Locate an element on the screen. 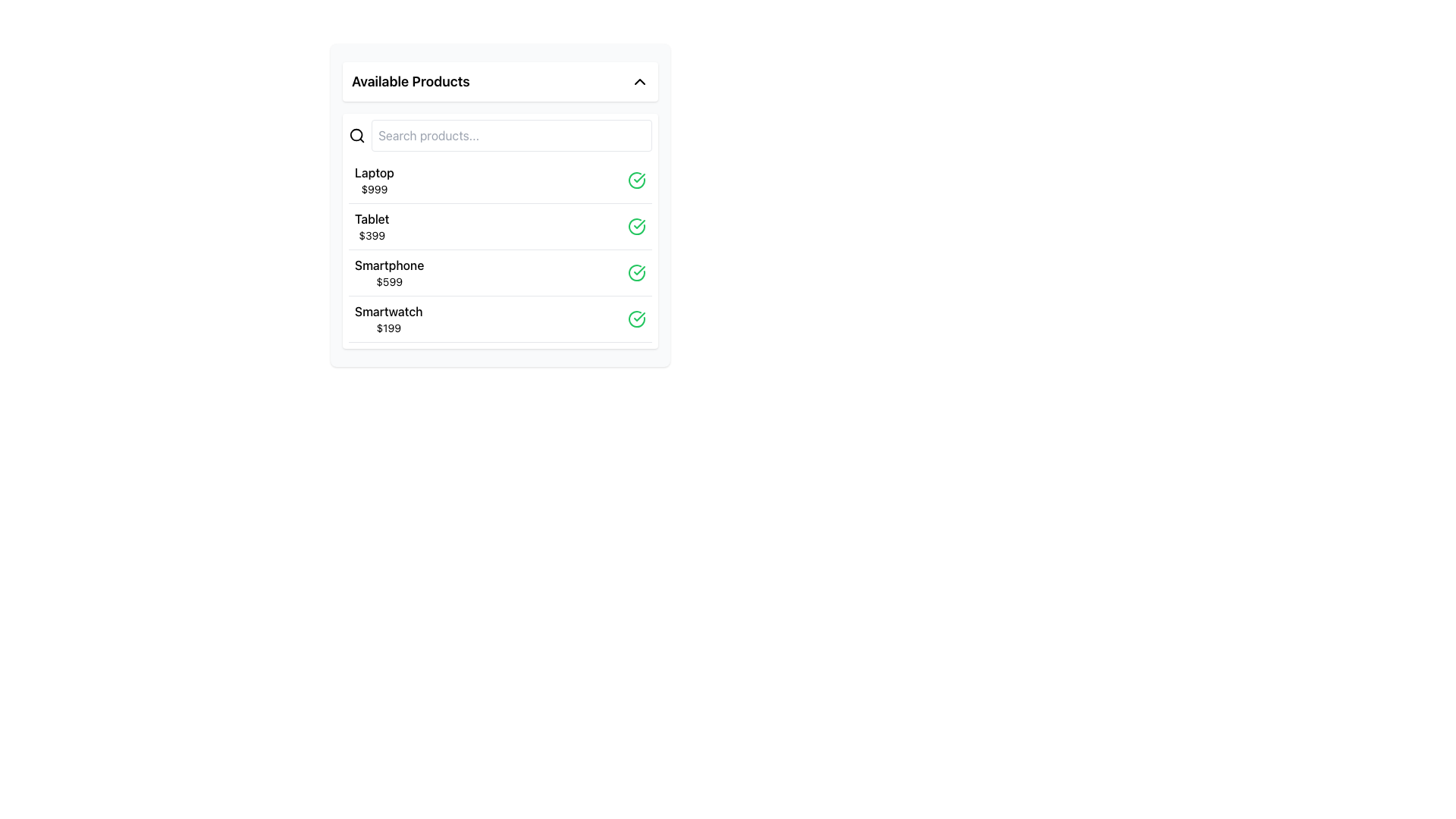 The height and width of the screenshot is (819, 1456). the interactive icon, which is a green circular checkmark located to the far right of the 'Smartwatch $199' text is located at coordinates (637, 318).